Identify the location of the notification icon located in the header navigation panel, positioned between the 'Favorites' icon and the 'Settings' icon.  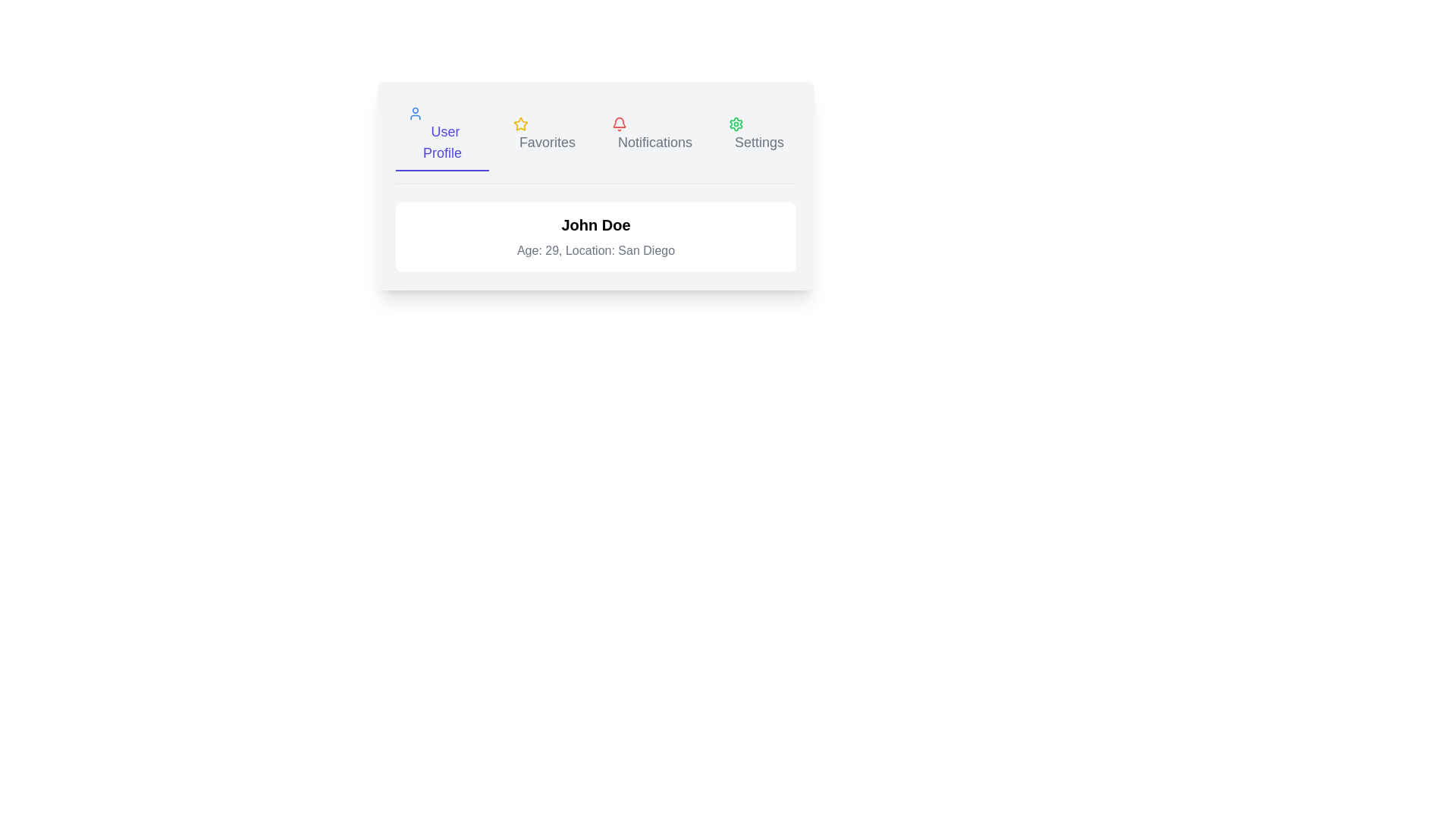
(619, 124).